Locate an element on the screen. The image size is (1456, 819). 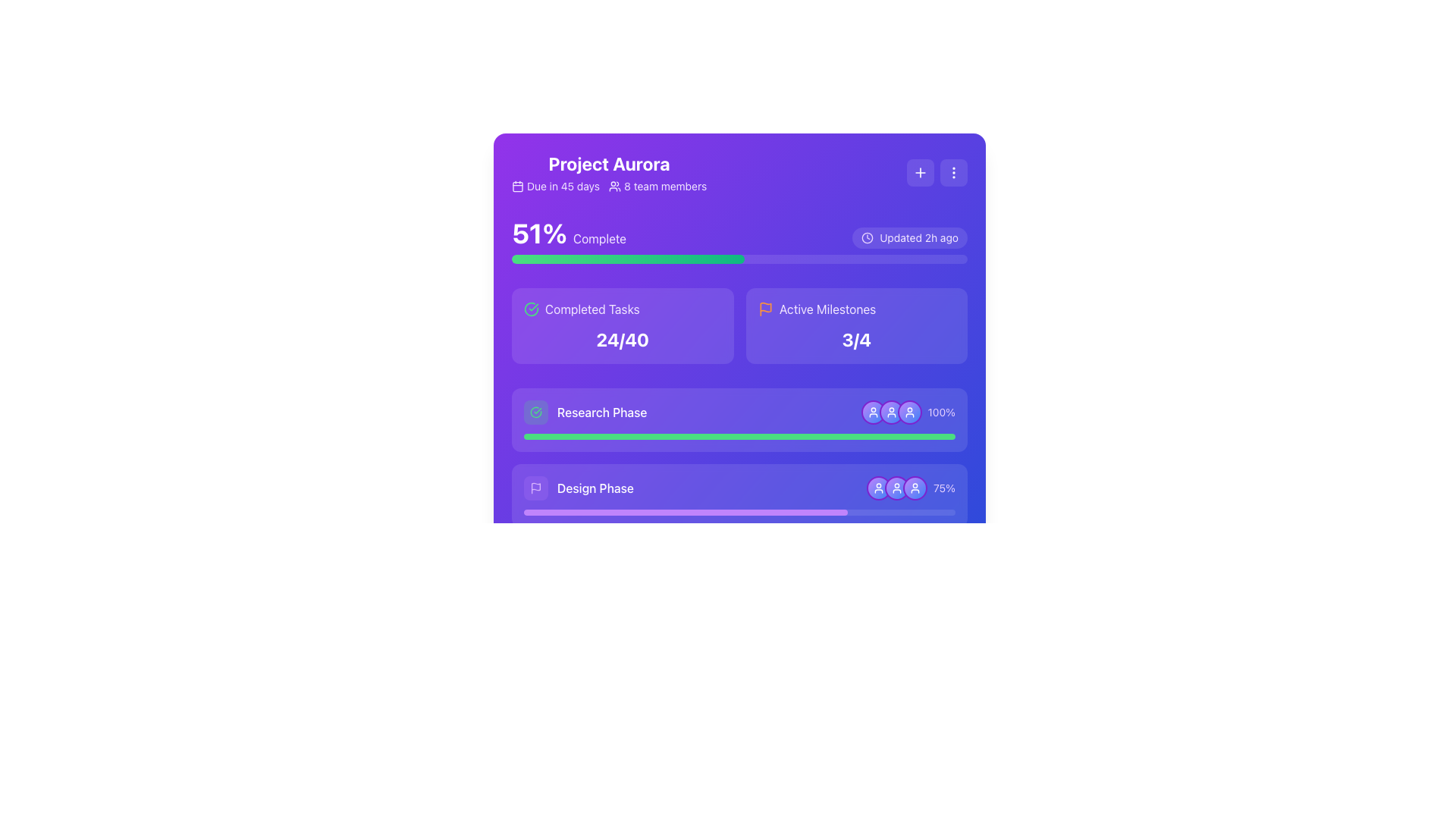
the progress label displaying '51% Complete' located below the title 'Project Aurora' and above the horizontal progress bar is located at coordinates (568, 234).